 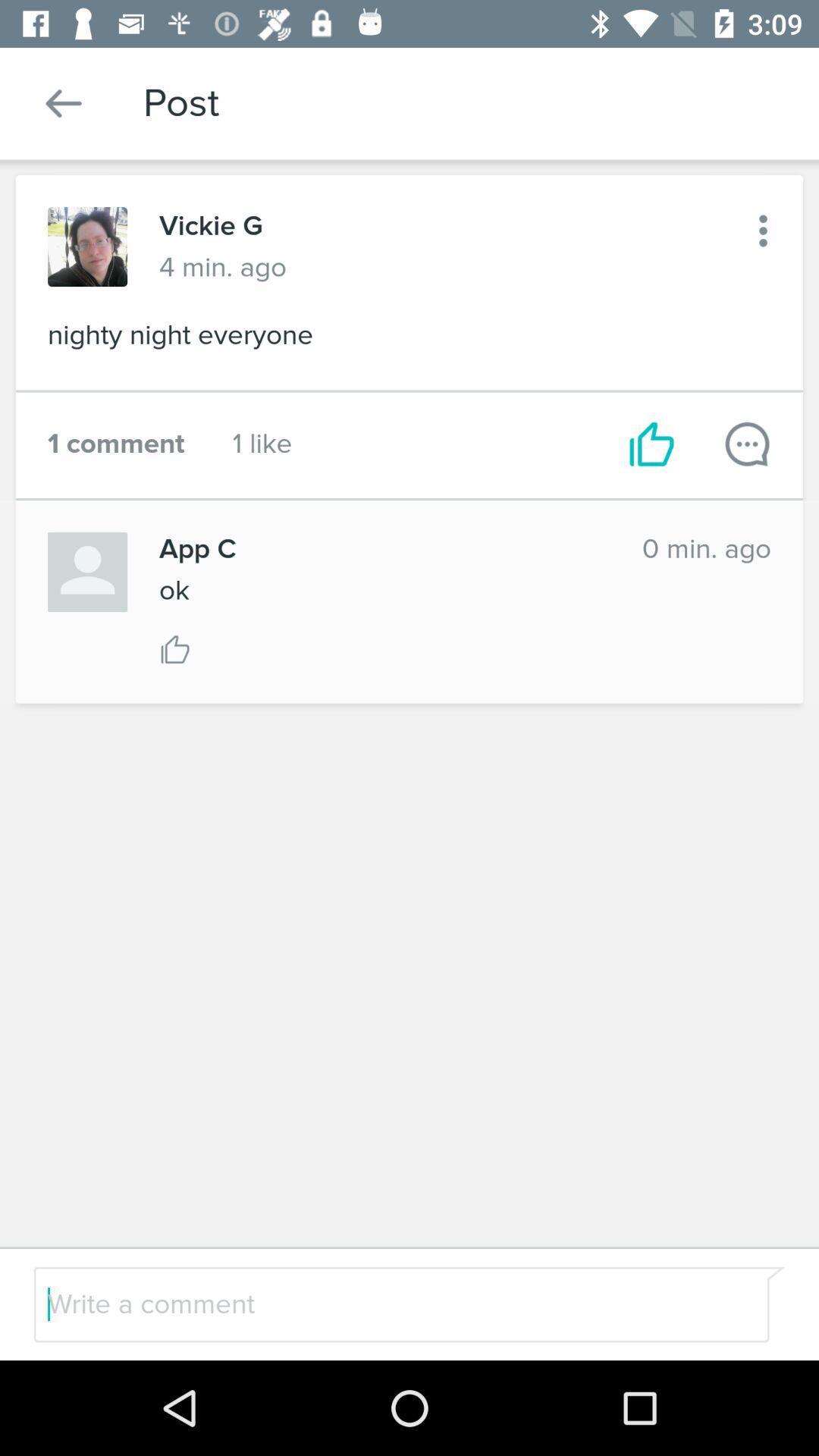 I want to click on the icon to the right of 4 min. ago icon, so click(x=763, y=230).